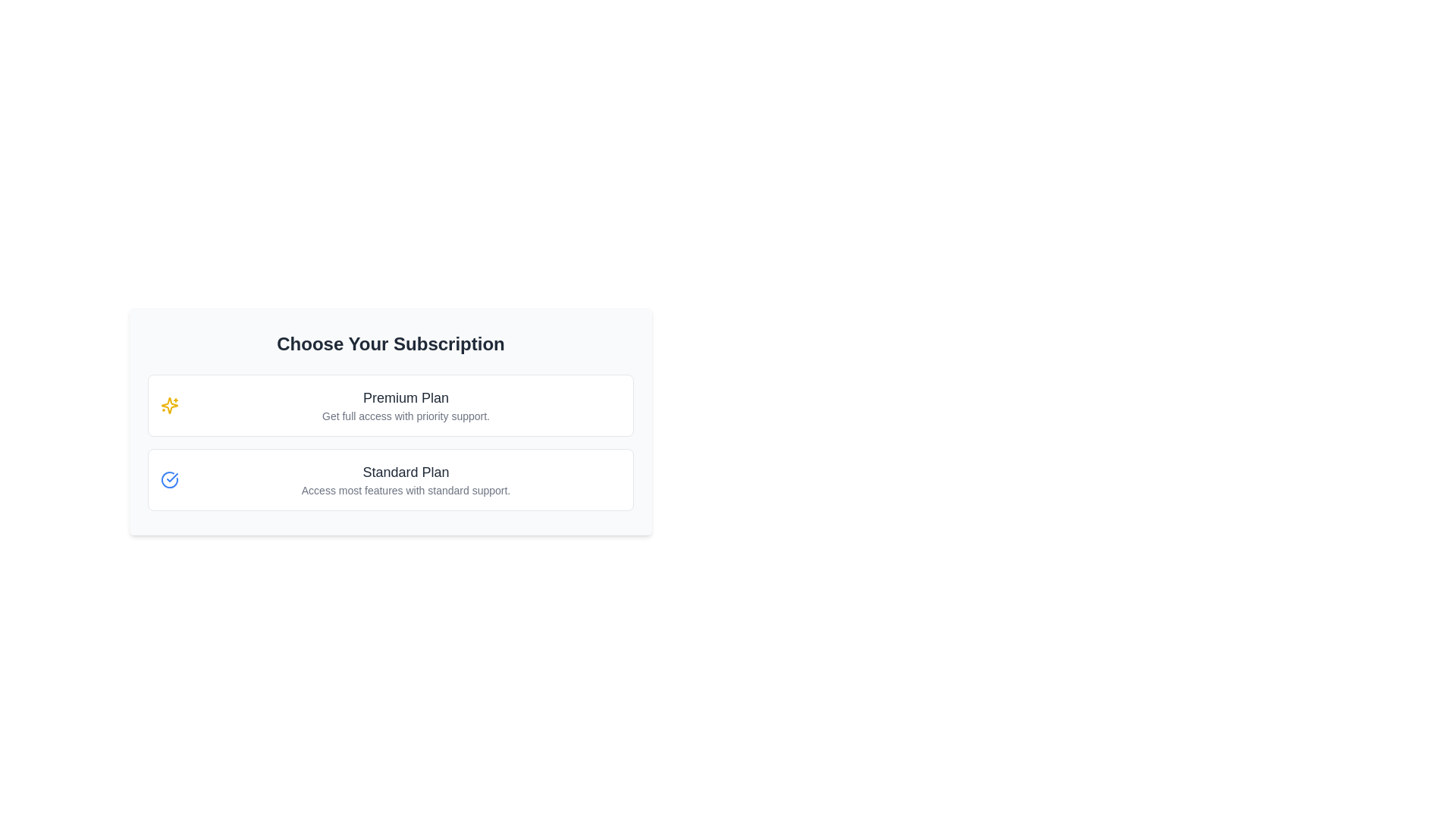 This screenshot has height=819, width=1456. What do you see at coordinates (406, 405) in the screenshot?
I see `text content of the 'Premium Plan' Text Block, which includes the larger bolded text in dark gray and the smaller text in lighter gray located within the upper box of subscription options` at bounding box center [406, 405].